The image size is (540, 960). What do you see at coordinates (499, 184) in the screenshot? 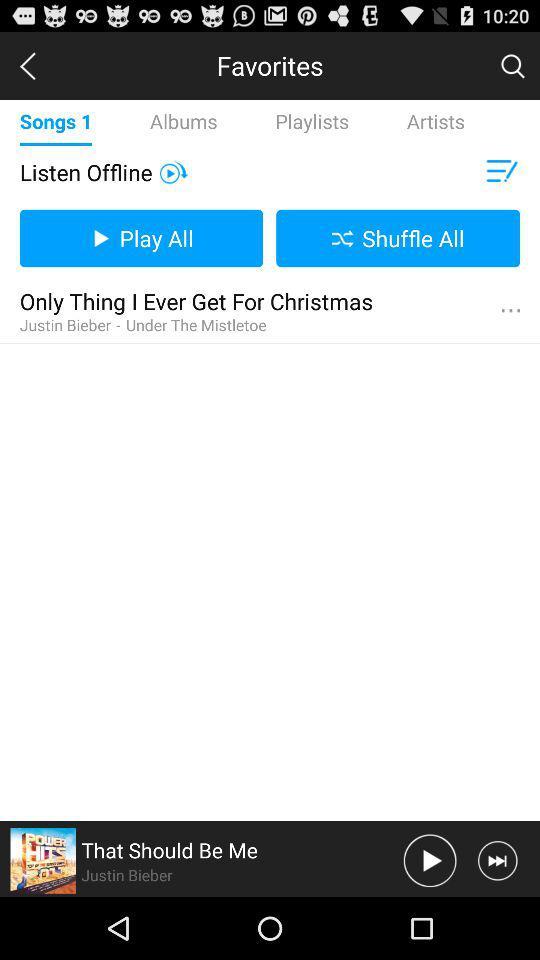
I see `the menu icon` at bounding box center [499, 184].